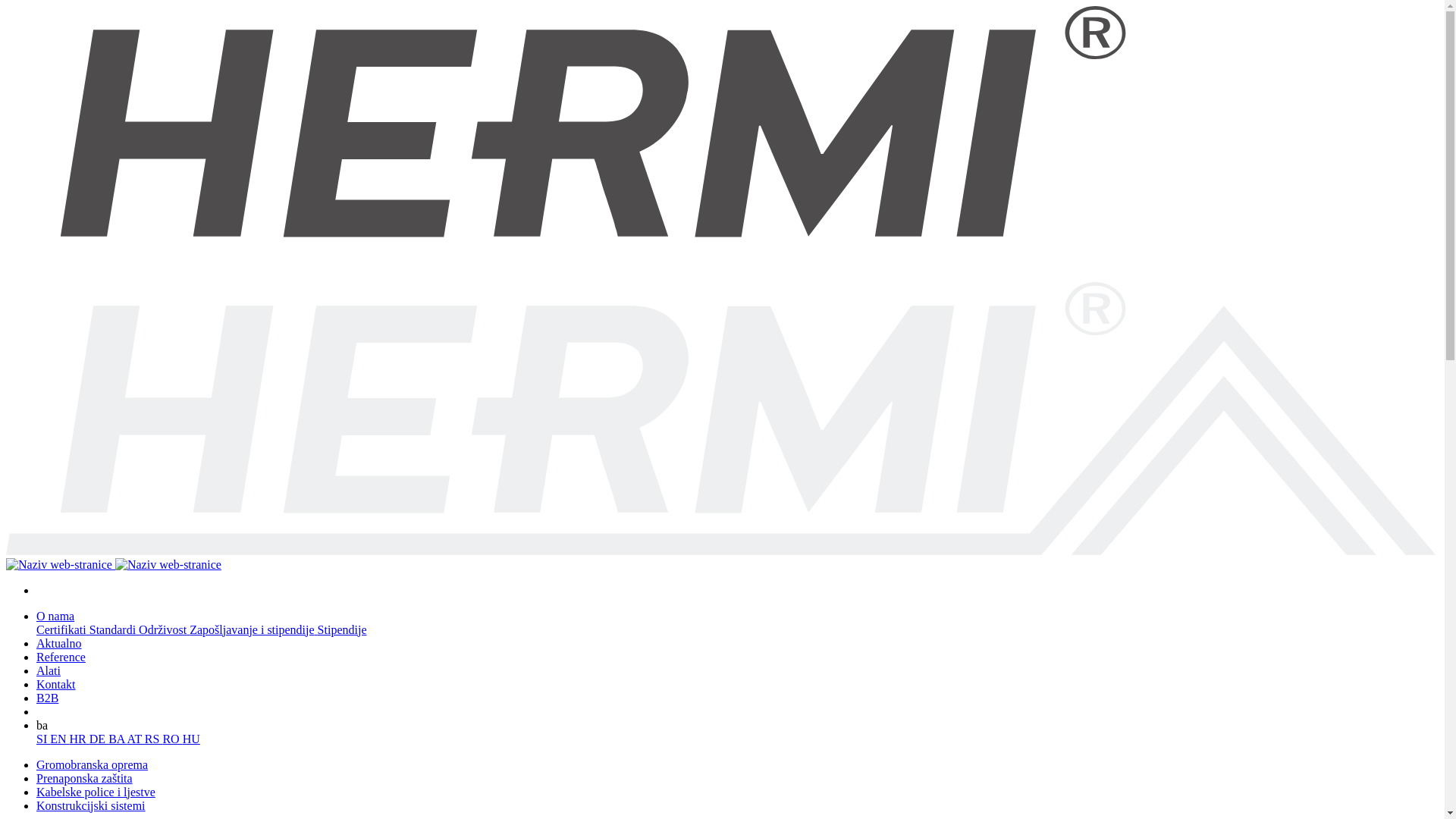  I want to click on 'Alati', so click(48, 670).